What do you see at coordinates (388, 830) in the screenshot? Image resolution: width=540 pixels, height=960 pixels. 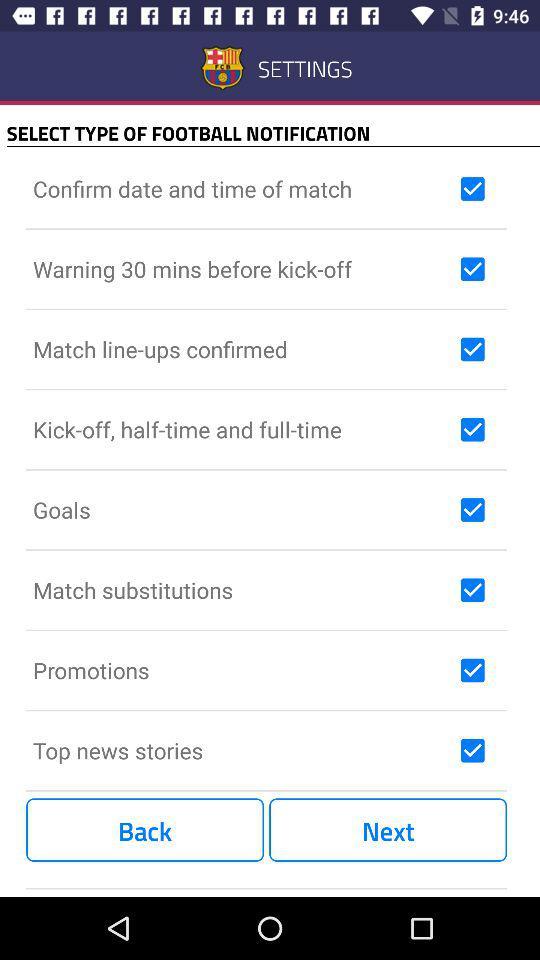 I see `the next item` at bounding box center [388, 830].